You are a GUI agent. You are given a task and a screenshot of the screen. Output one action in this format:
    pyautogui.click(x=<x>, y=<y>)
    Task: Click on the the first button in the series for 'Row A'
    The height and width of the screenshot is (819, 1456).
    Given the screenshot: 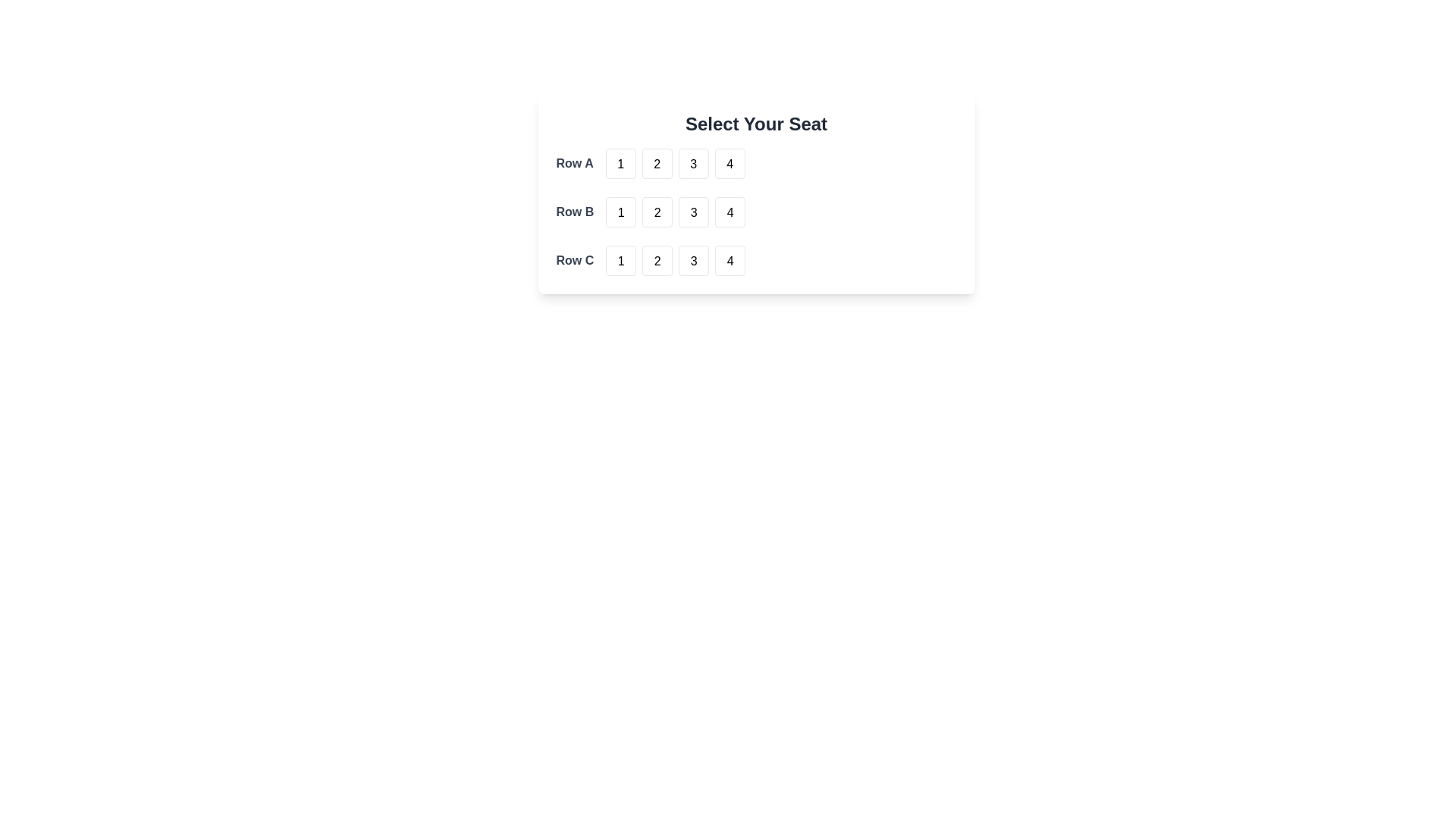 What is the action you would take?
    pyautogui.click(x=620, y=164)
    